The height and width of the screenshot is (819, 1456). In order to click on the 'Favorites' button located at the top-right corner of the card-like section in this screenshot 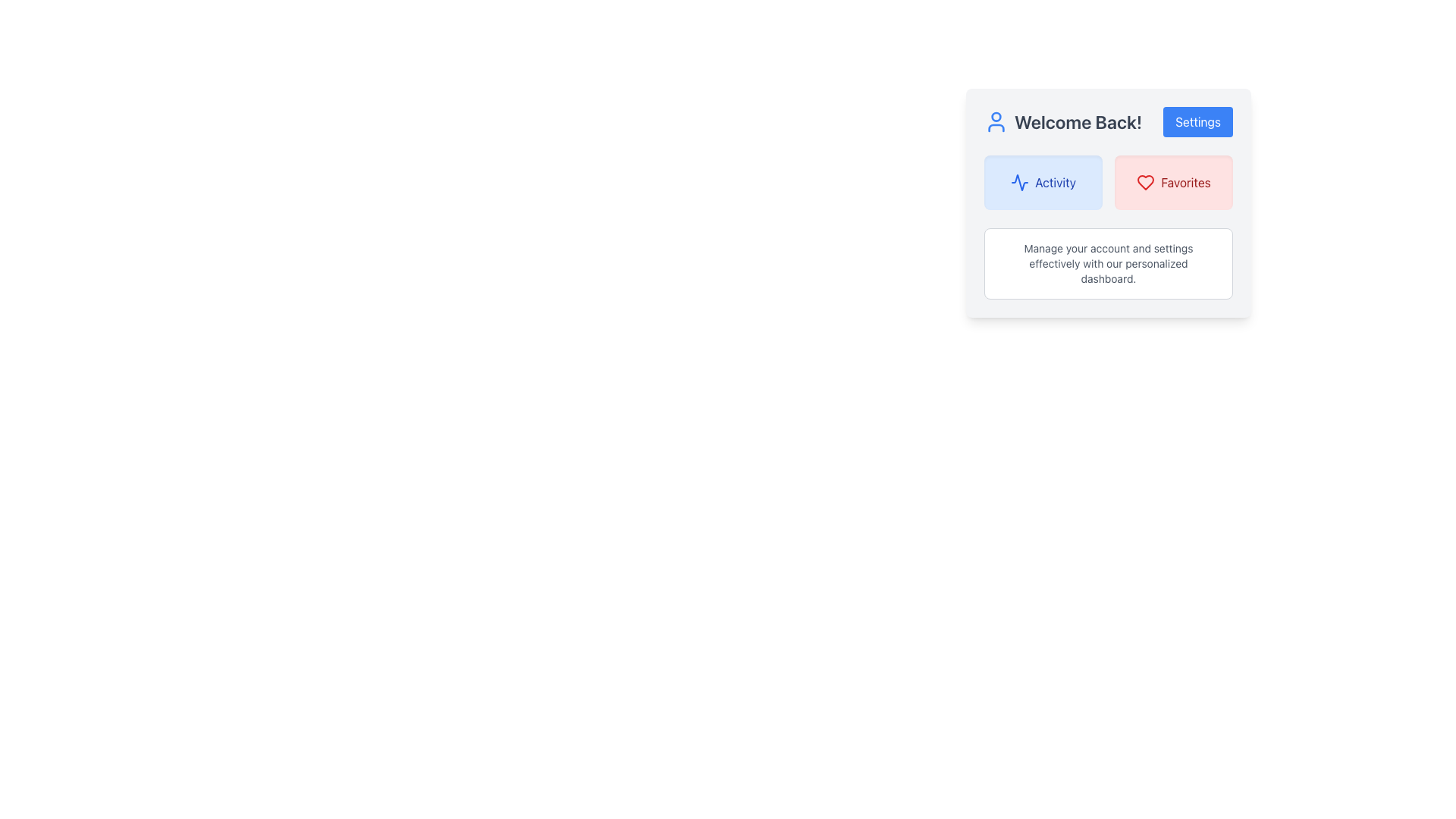, I will do `click(1173, 181)`.